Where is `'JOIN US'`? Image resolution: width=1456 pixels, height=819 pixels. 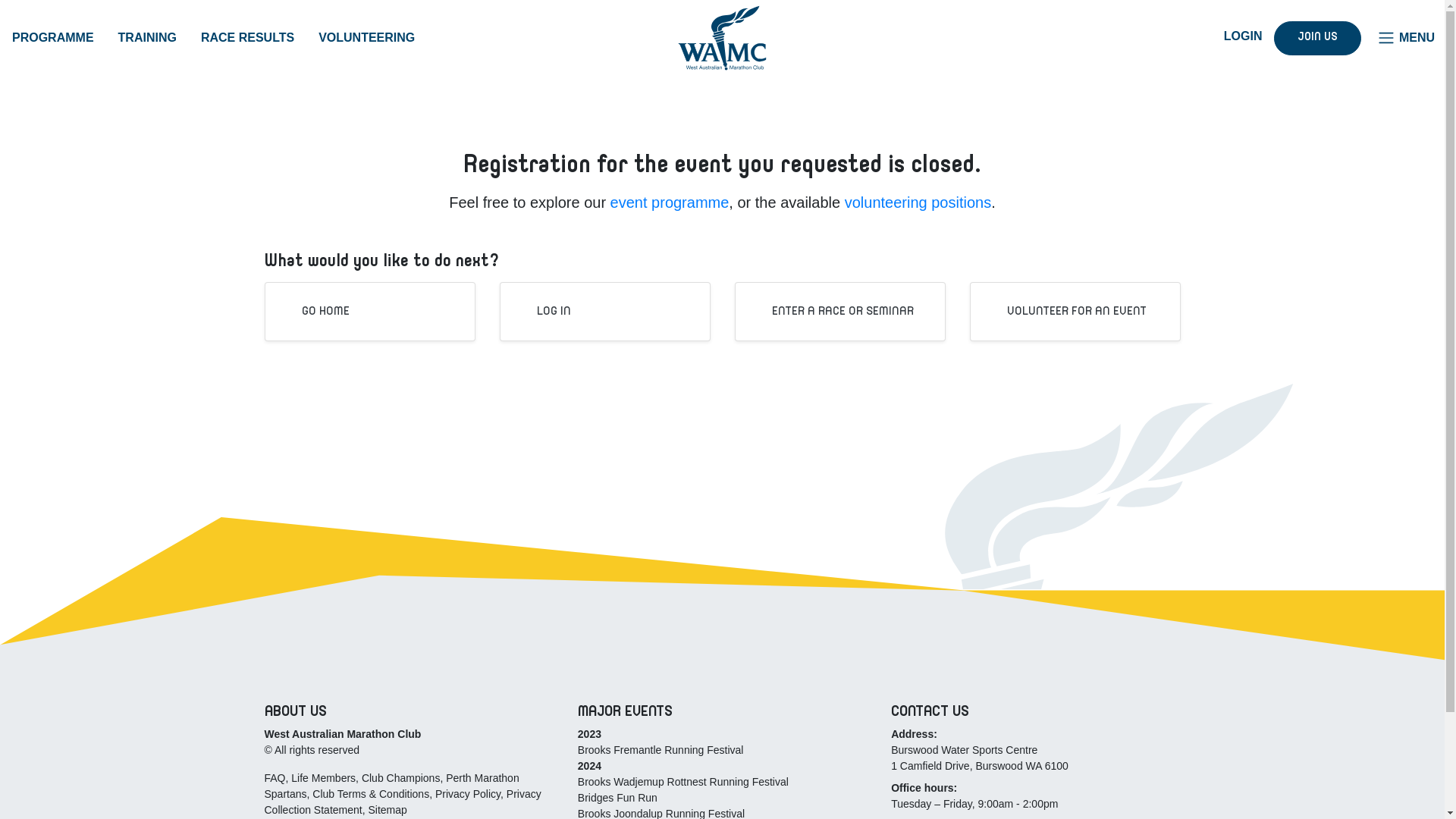
'JOIN US' is located at coordinates (1316, 37).